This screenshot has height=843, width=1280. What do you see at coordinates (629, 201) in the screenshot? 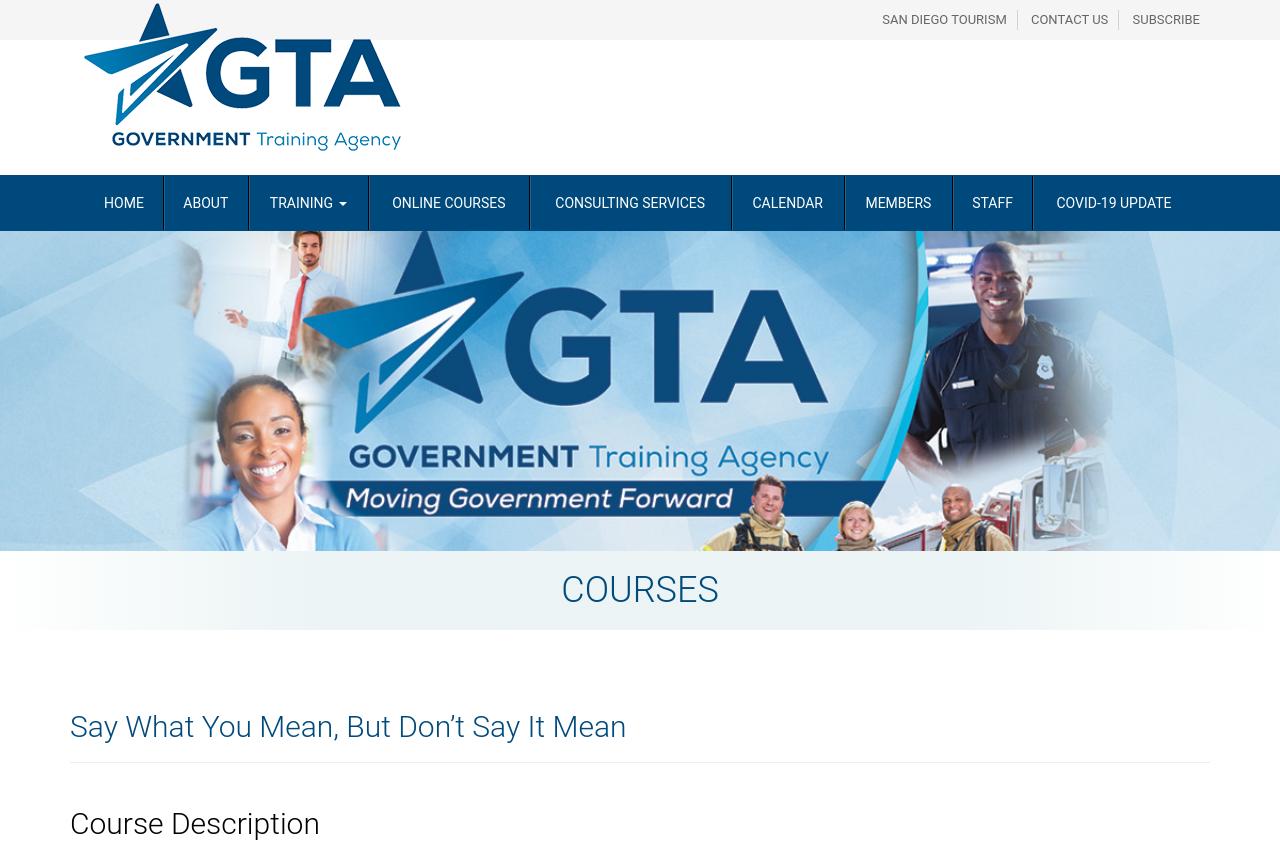
I see `'Consulting Services'` at bounding box center [629, 201].